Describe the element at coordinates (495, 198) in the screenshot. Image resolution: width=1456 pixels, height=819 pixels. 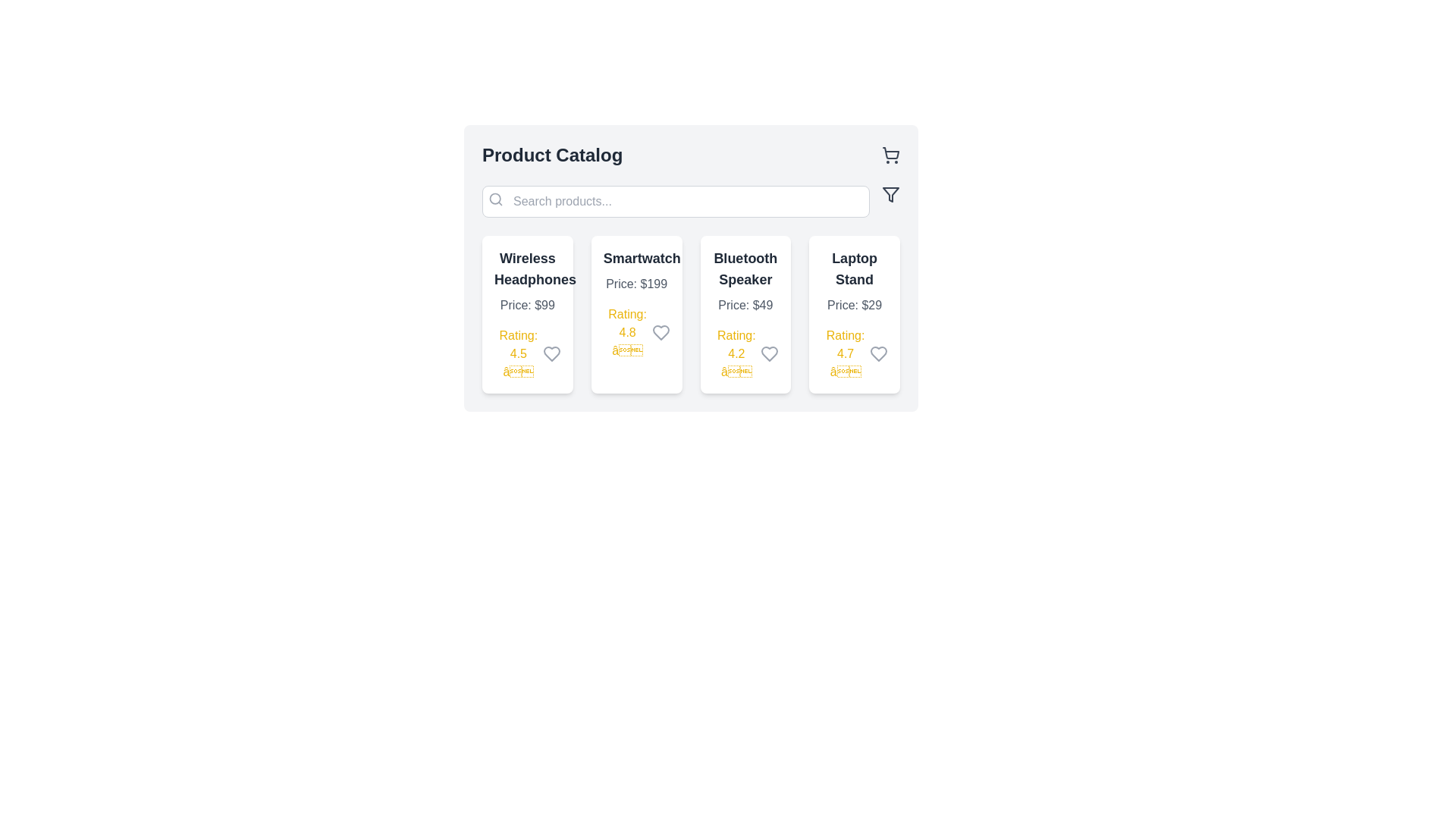
I see `the magnifying glass icon located inside the search input box at the left side of the 'Product Catalog' panel` at that location.